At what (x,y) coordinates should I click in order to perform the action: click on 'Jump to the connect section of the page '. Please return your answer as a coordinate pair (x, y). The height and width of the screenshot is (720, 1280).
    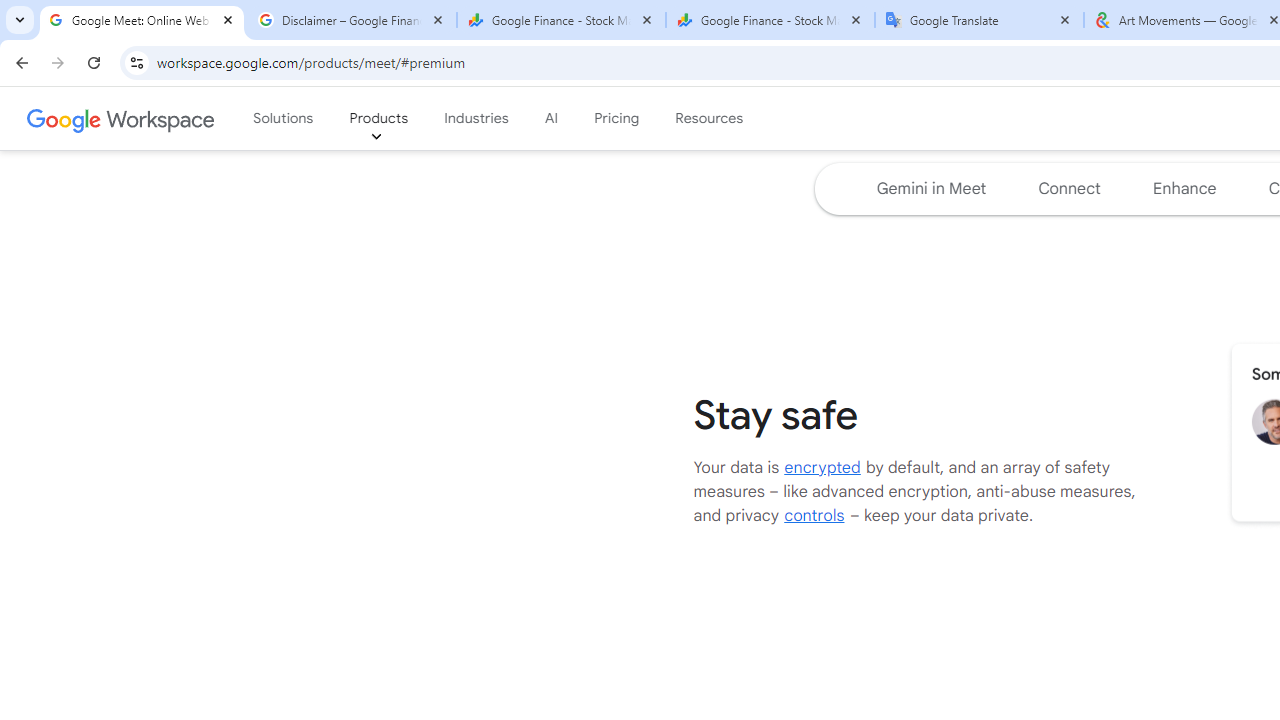
    Looking at the image, I should click on (1068, 189).